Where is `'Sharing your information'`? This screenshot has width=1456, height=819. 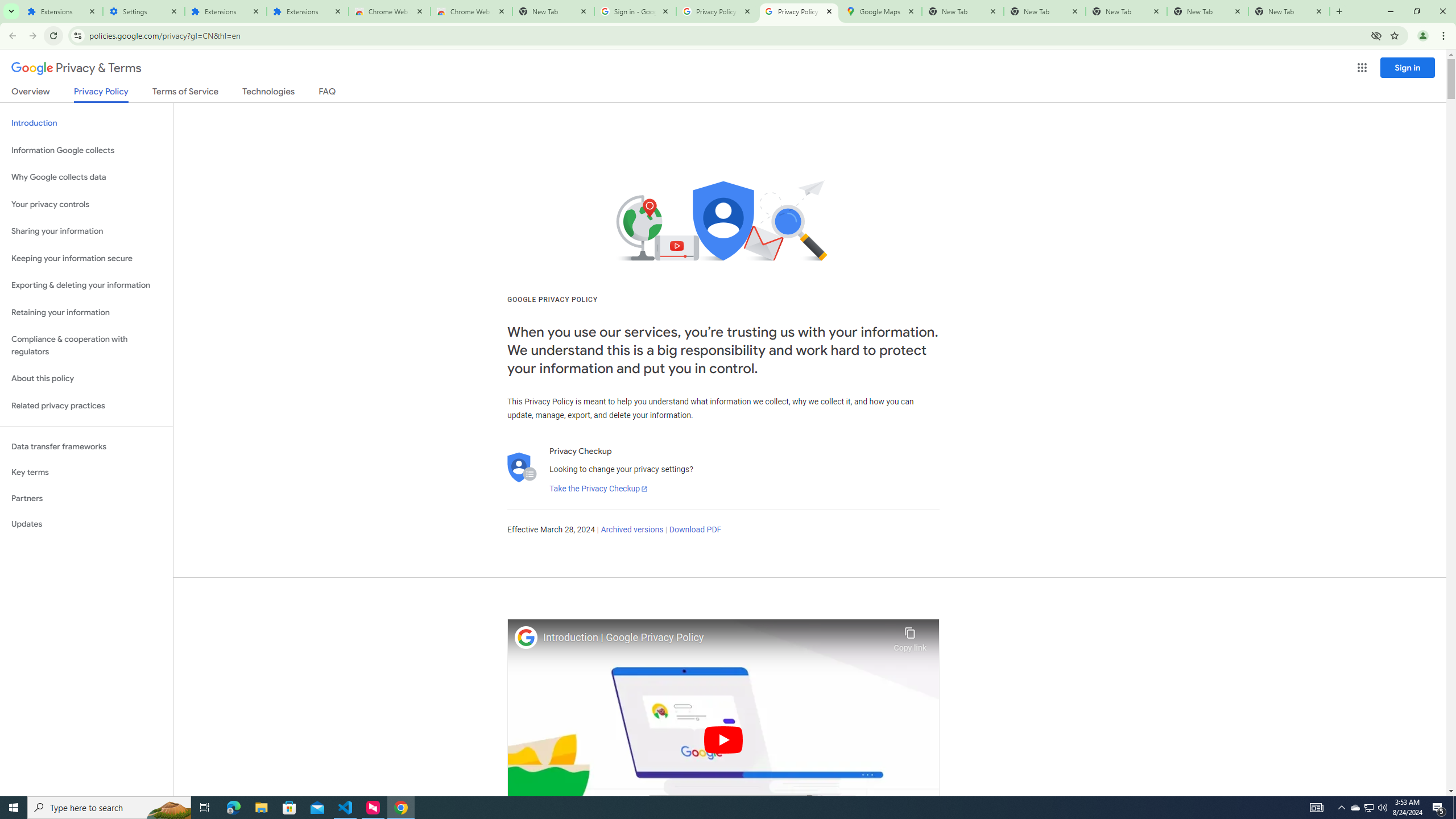 'Sharing your information' is located at coordinates (86, 230).